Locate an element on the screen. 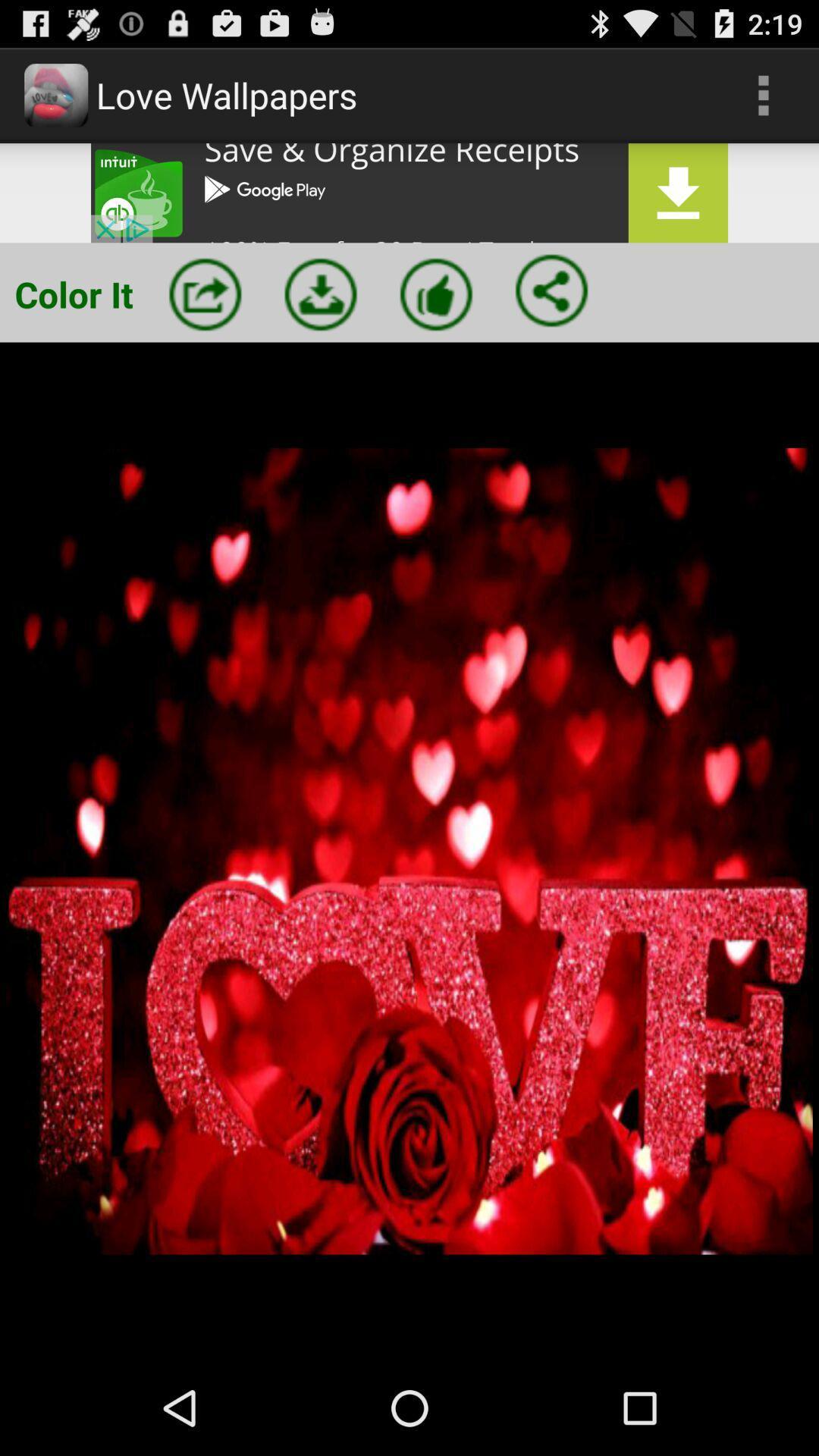 The width and height of the screenshot is (819, 1456). download link is located at coordinates (409, 192).